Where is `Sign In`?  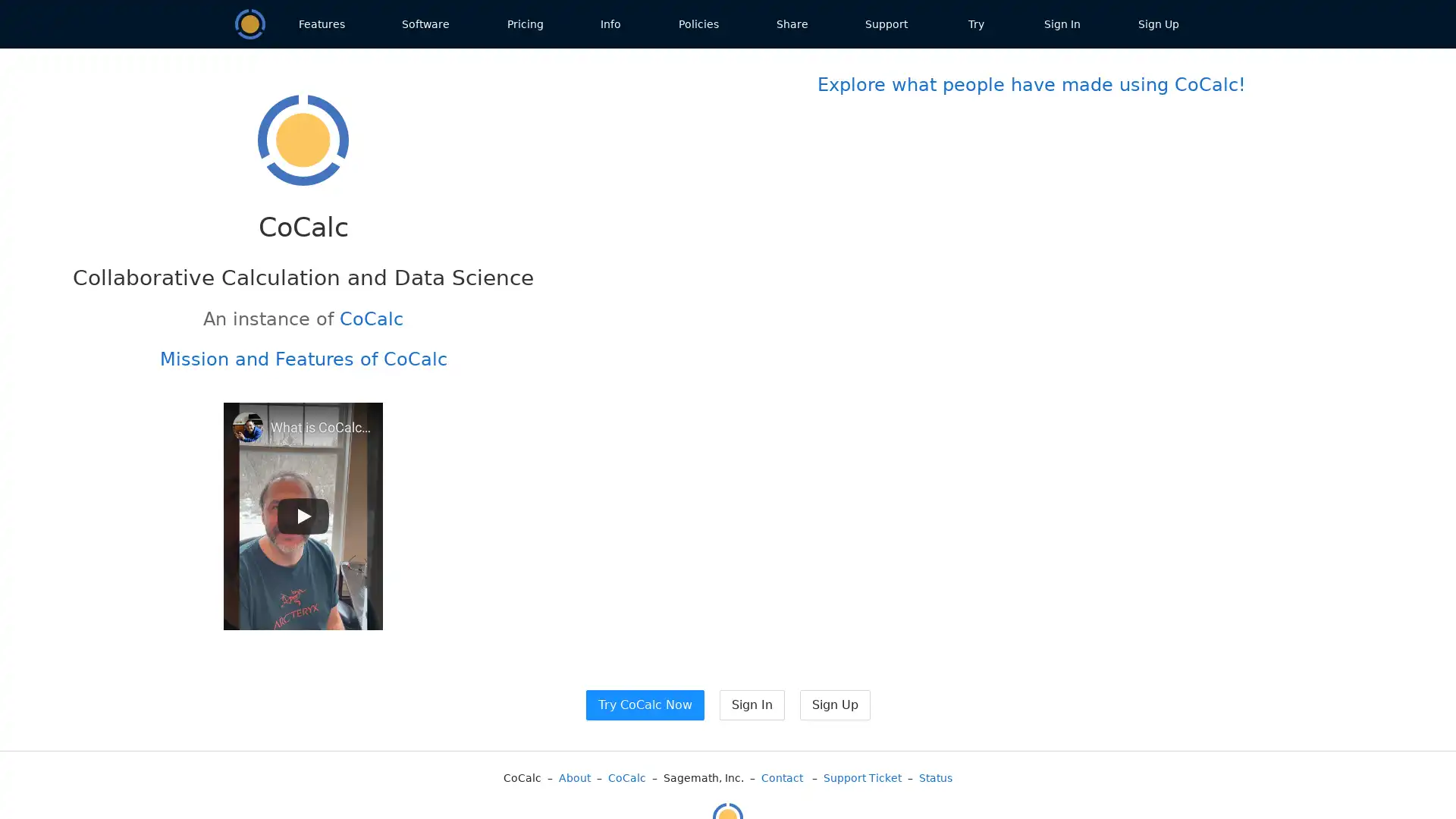 Sign In is located at coordinates (751, 704).